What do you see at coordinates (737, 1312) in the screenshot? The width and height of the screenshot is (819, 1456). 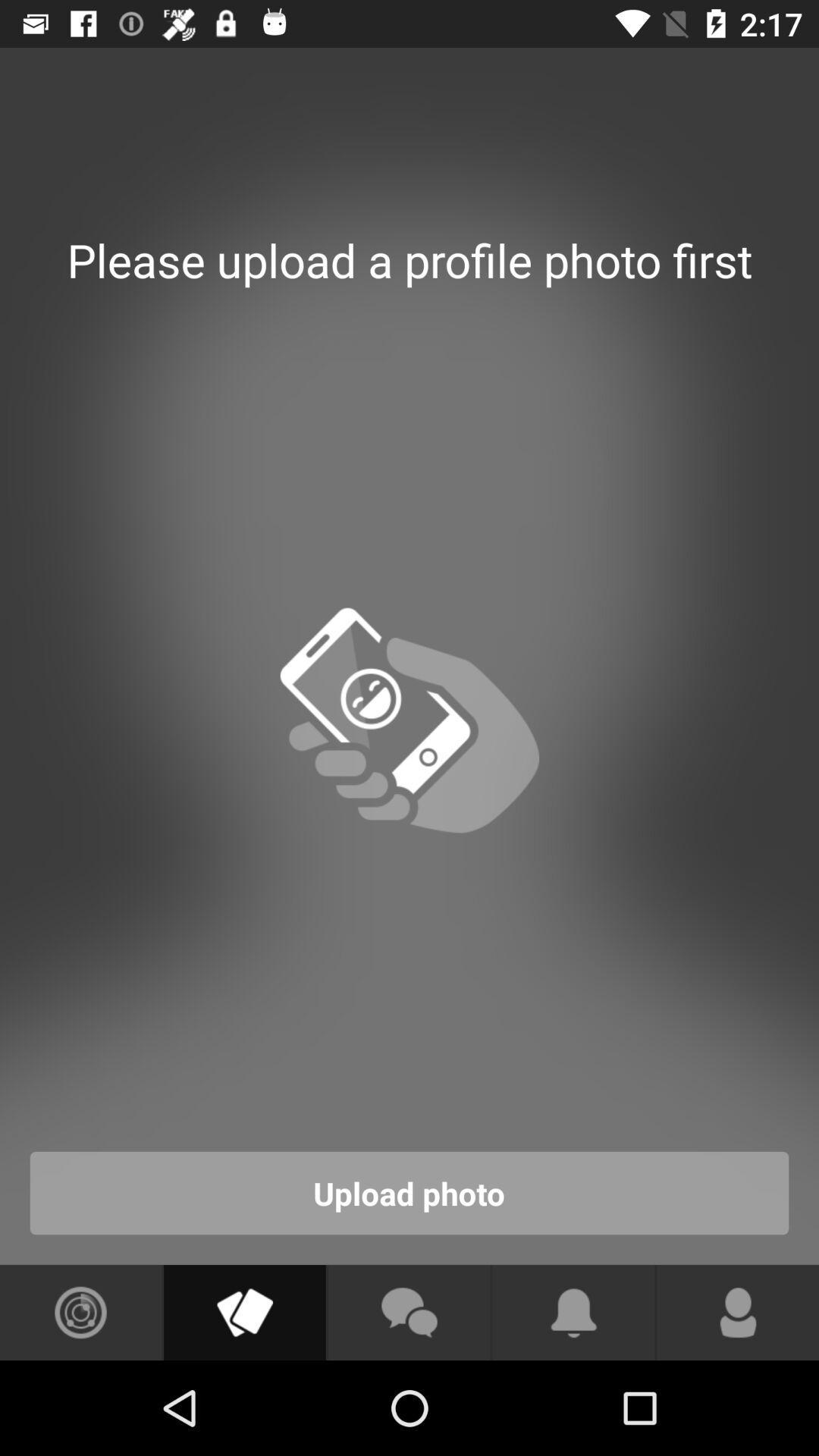 I see `profile option` at bounding box center [737, 1312].